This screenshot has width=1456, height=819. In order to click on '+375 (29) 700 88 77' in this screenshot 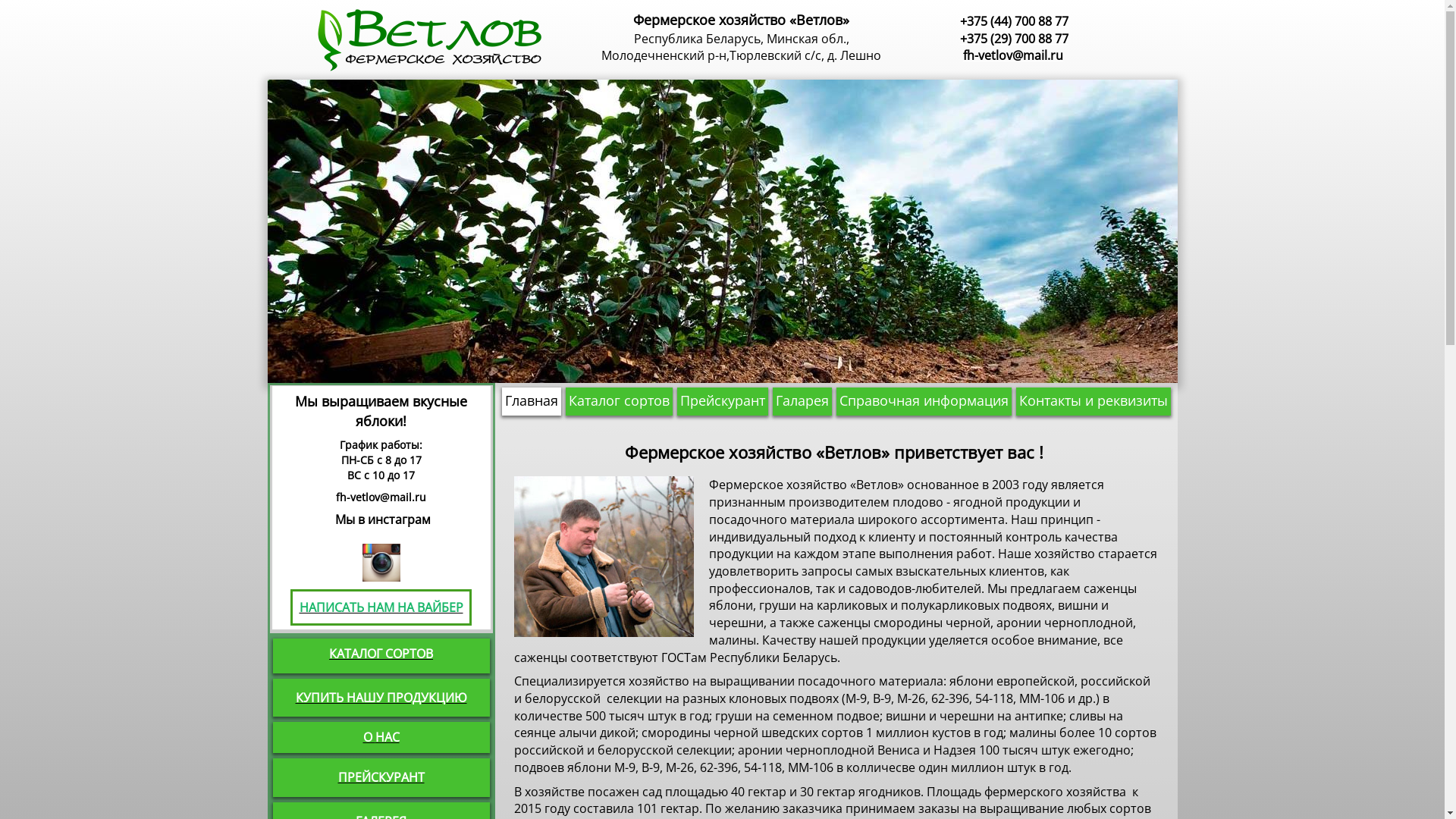, I will do `click(1014, 37)`.